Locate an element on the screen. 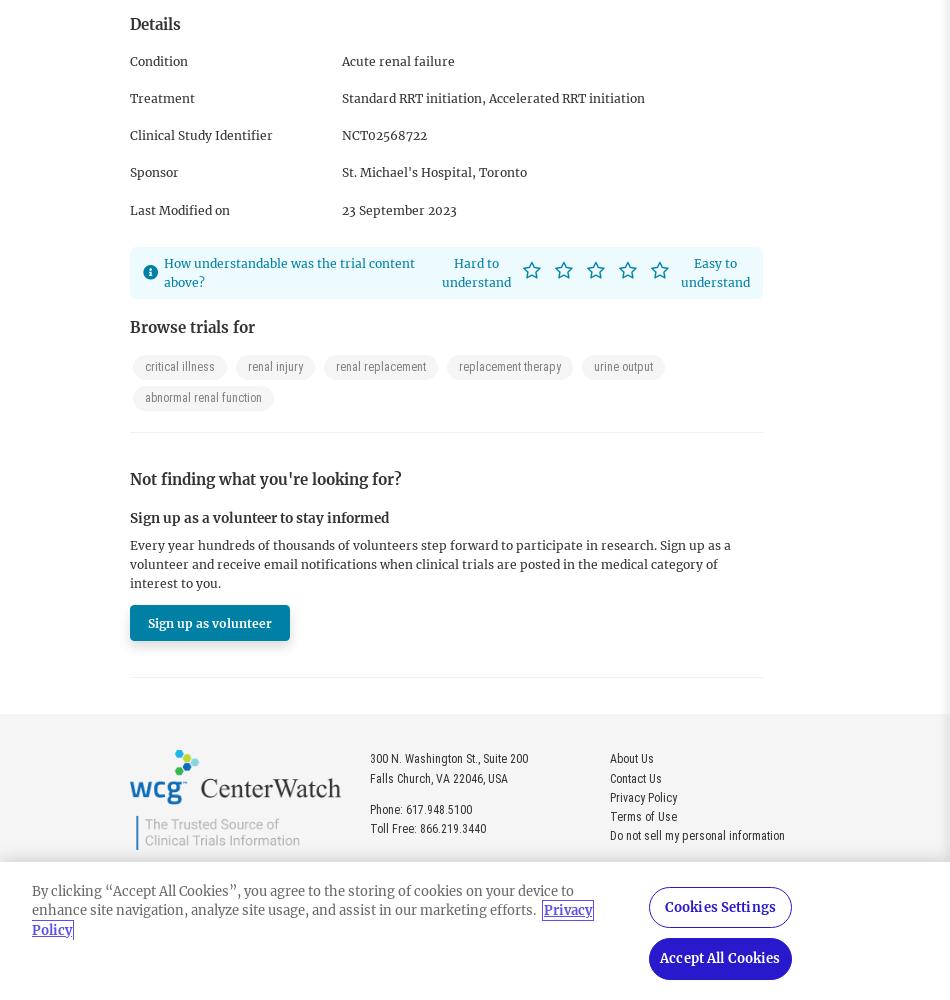  'Clinical Study Identifier' is located at coordinates (201, 135).